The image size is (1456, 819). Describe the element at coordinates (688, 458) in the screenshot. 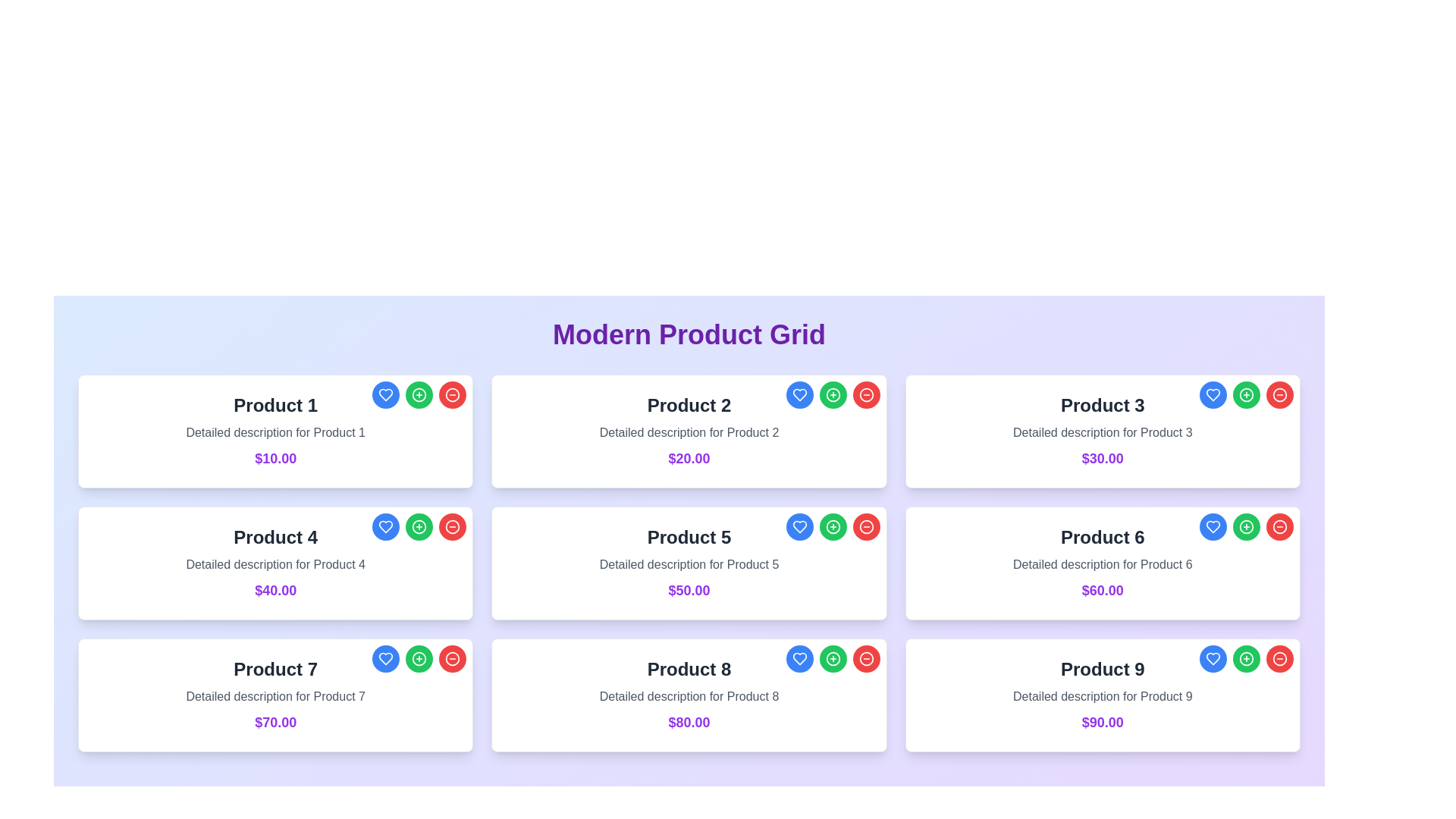

I see `the price text label located in the second card of the grid layout, positioned below the 'Detailed description for Product 2' and above the action buttons` at that location.